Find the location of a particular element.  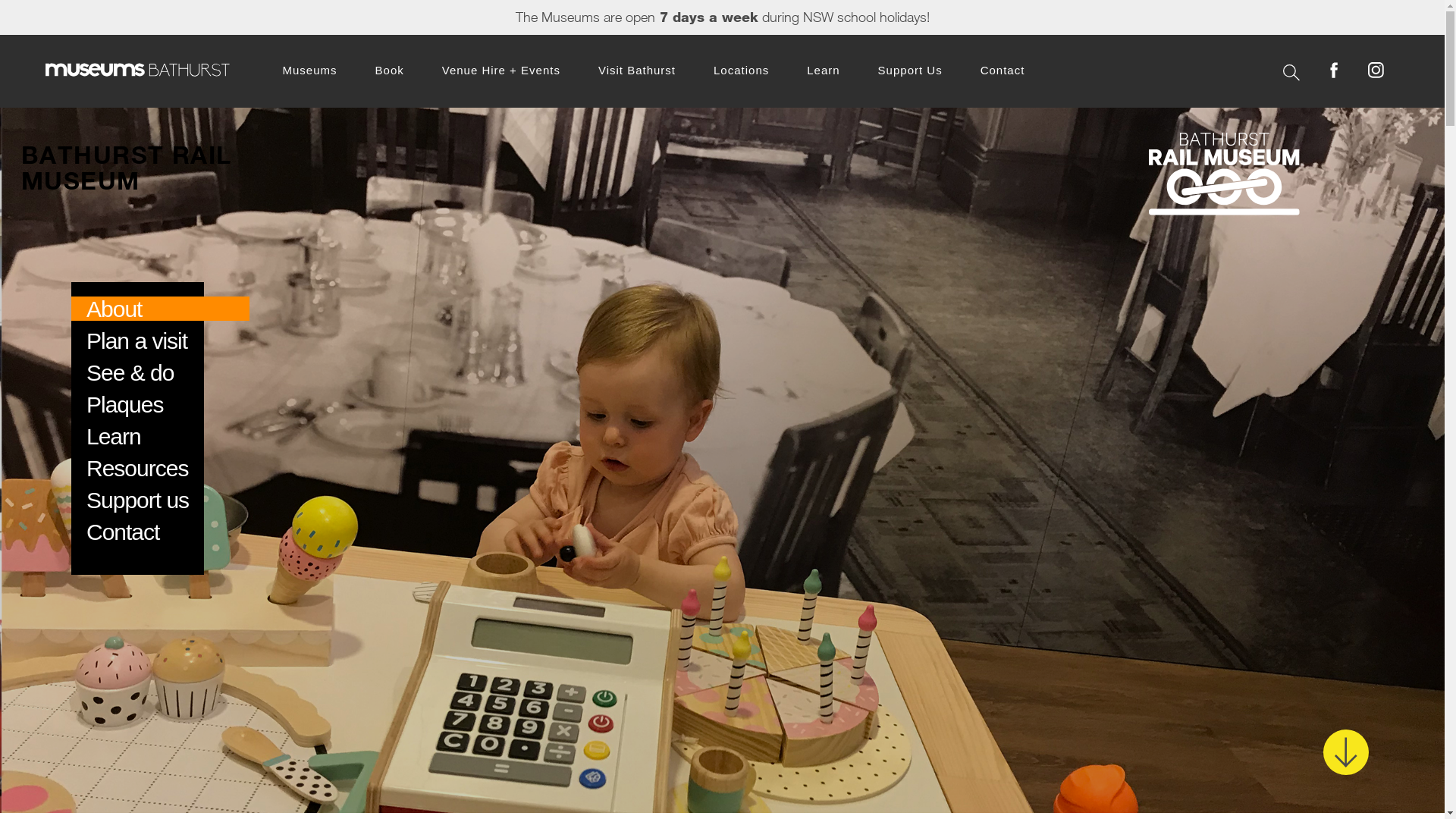

'Locations' is located at coordinates (712, 70).